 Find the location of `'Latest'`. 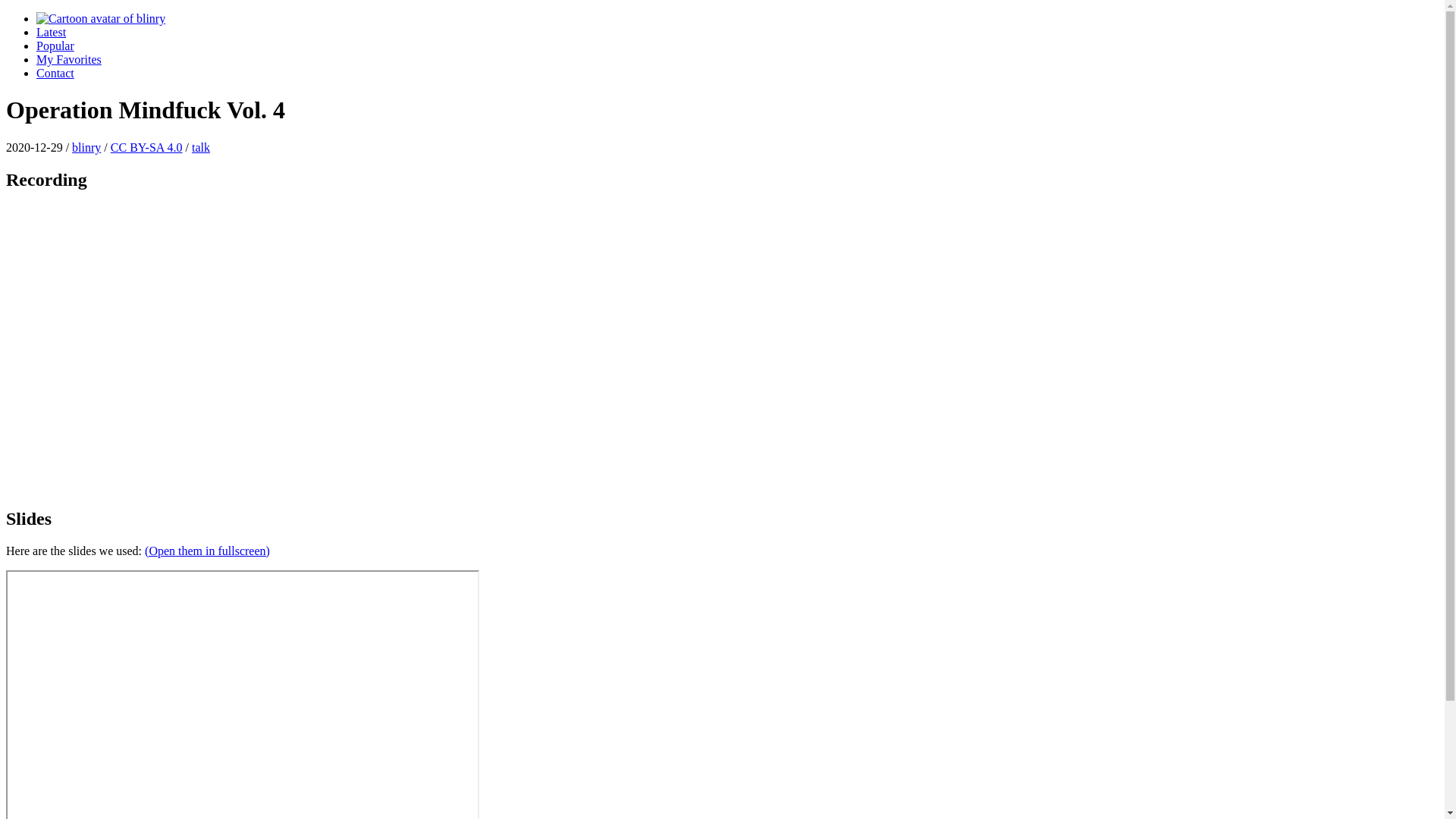

'Latest' is located at coordinates (51, 32).